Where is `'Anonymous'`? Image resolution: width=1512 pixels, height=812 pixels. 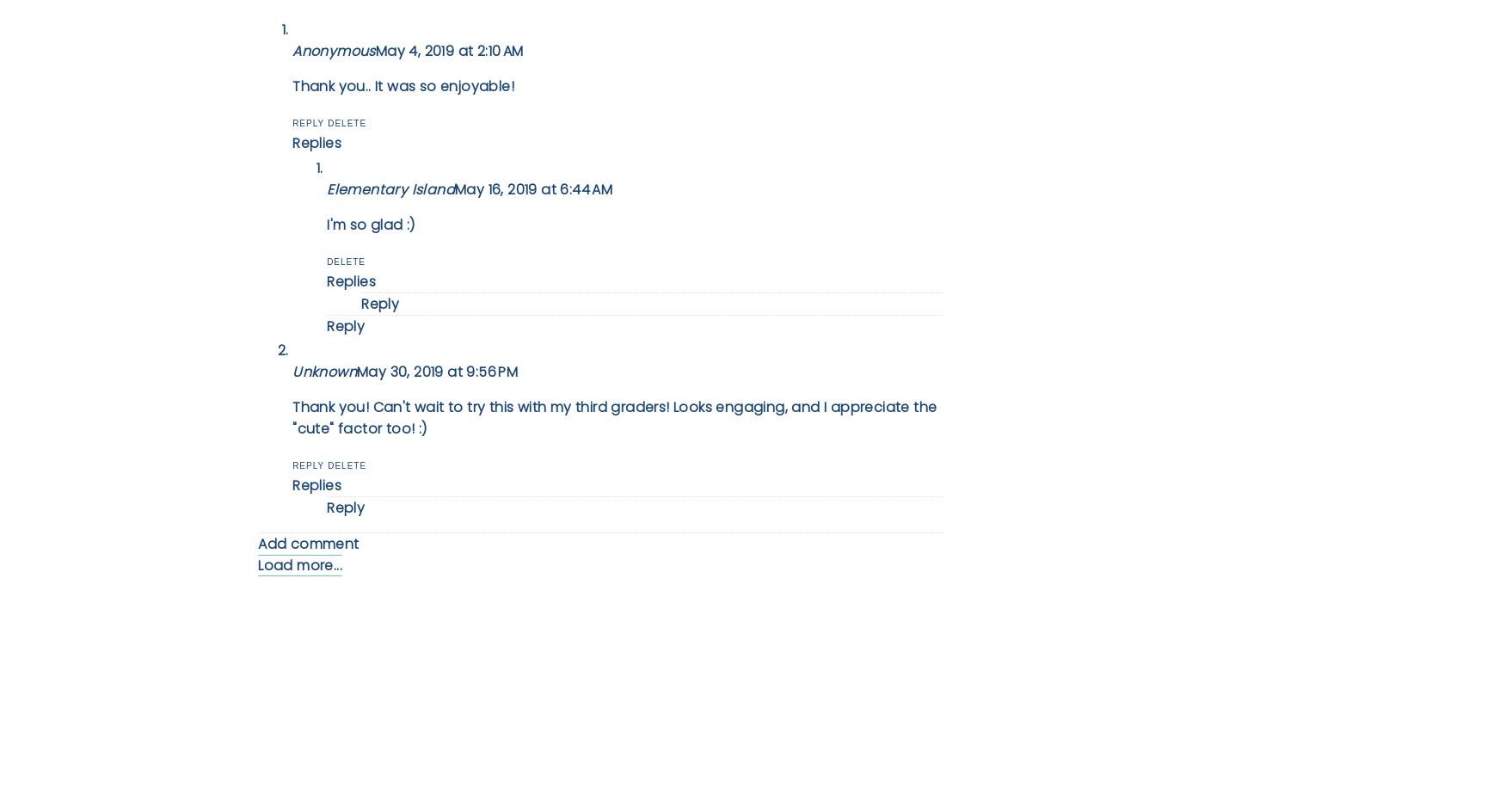 'Anonymous' is located at coordinates (333, 51).